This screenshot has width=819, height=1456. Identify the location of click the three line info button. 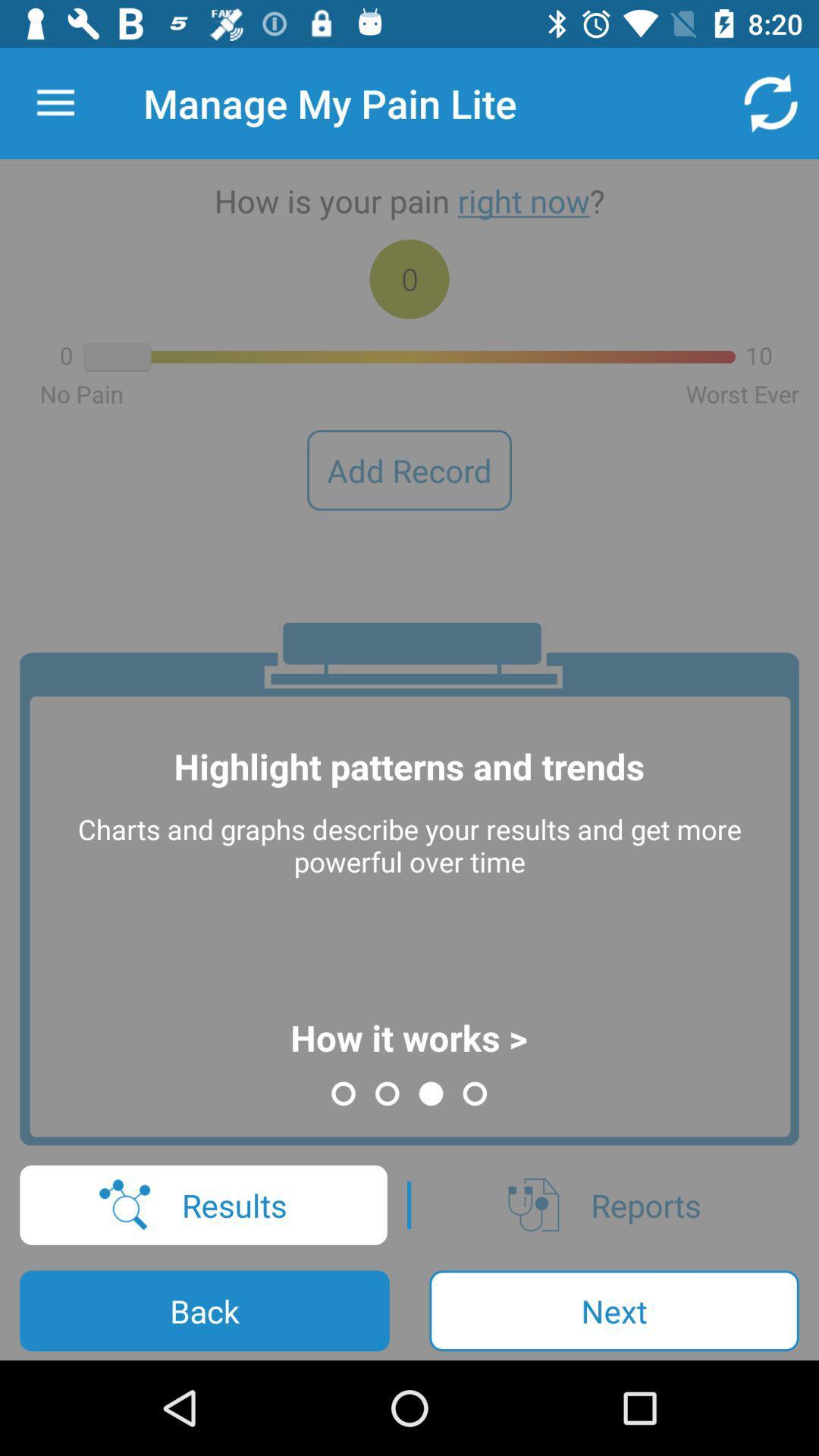
(55, 102).